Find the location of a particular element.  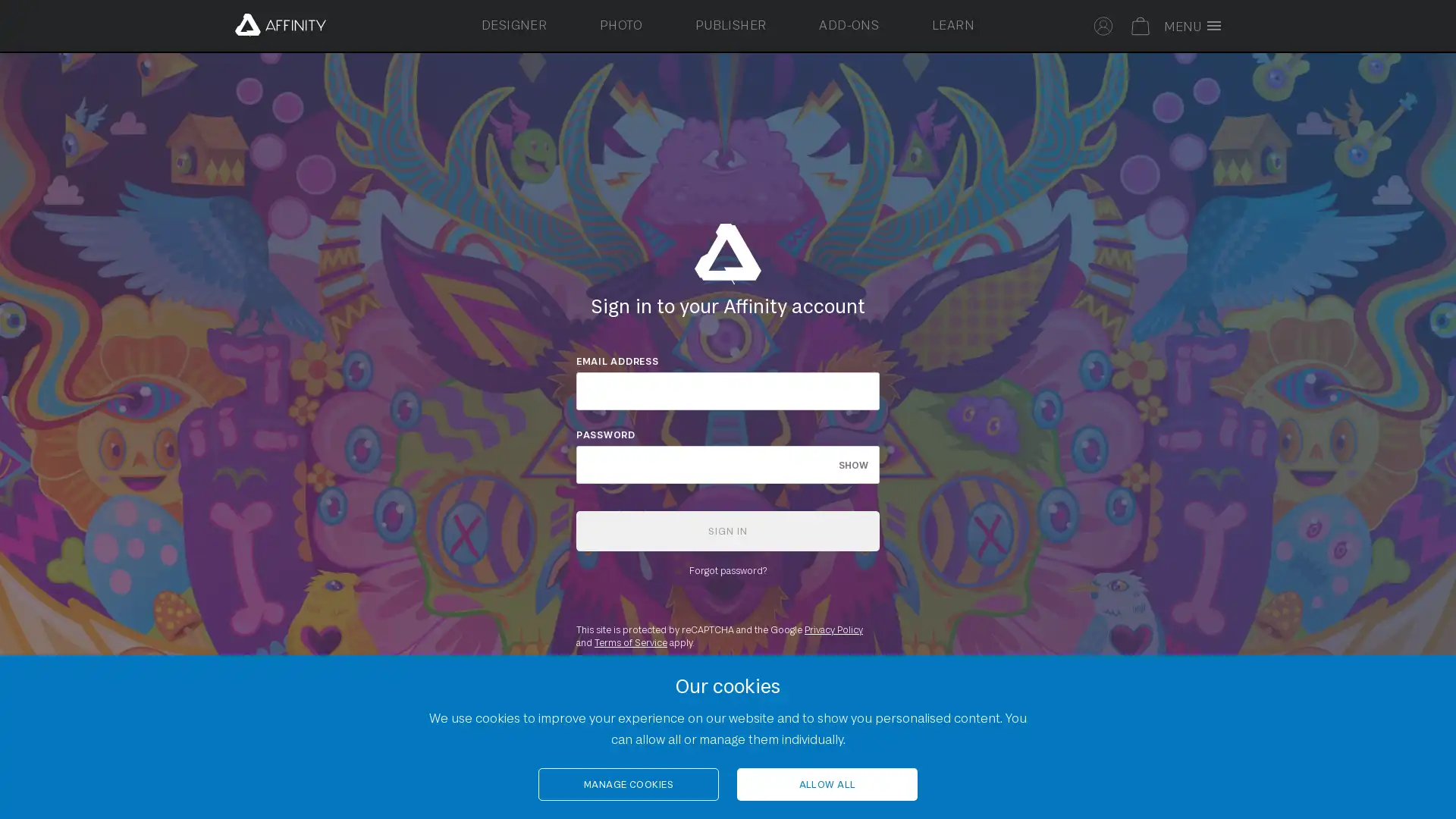

SHOW PASSWORD is located at coordinates (853, 463).